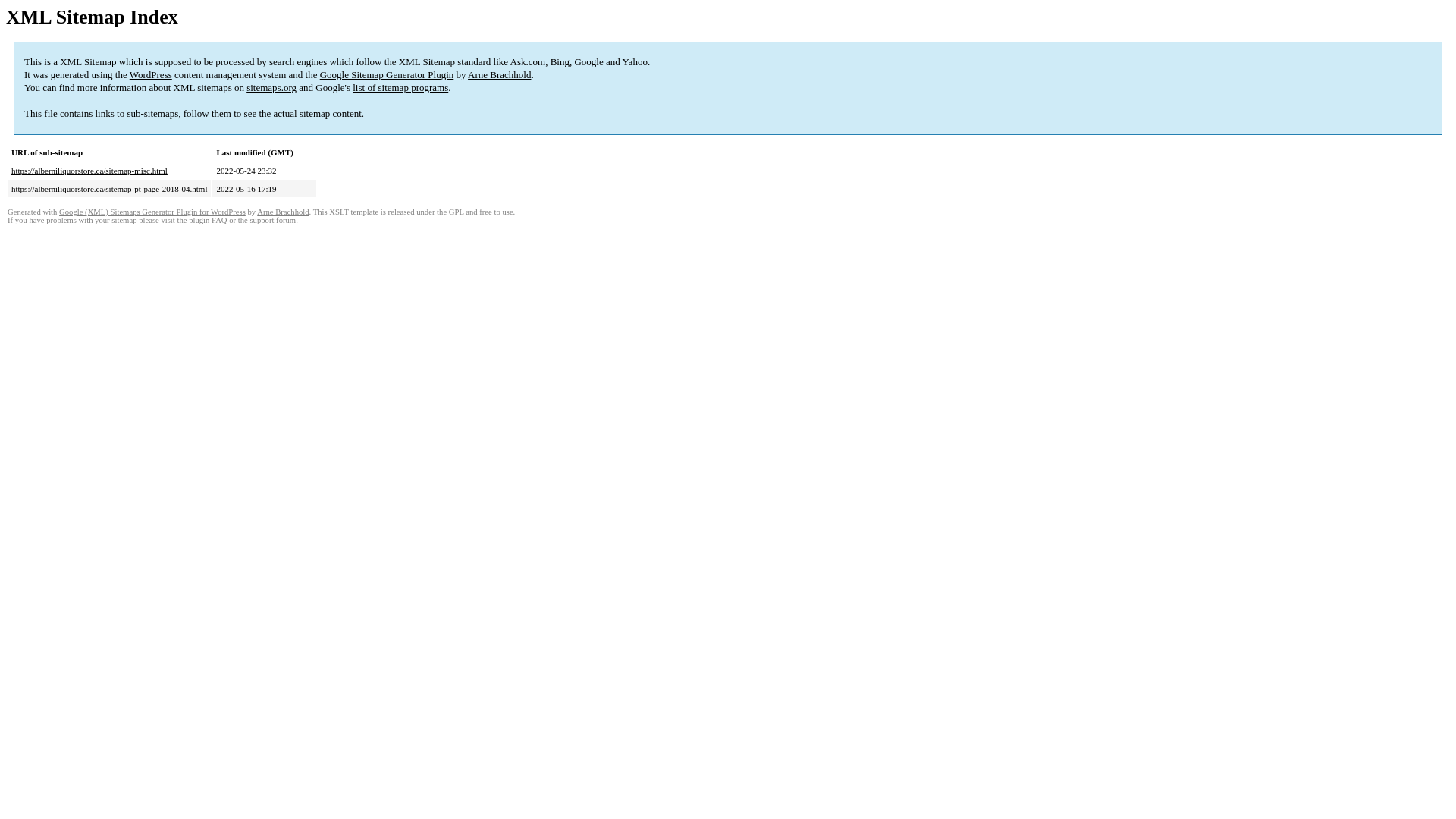 This screenshot has width=1456, height=819. I want to click on 'WordPress', so click(150, 74).